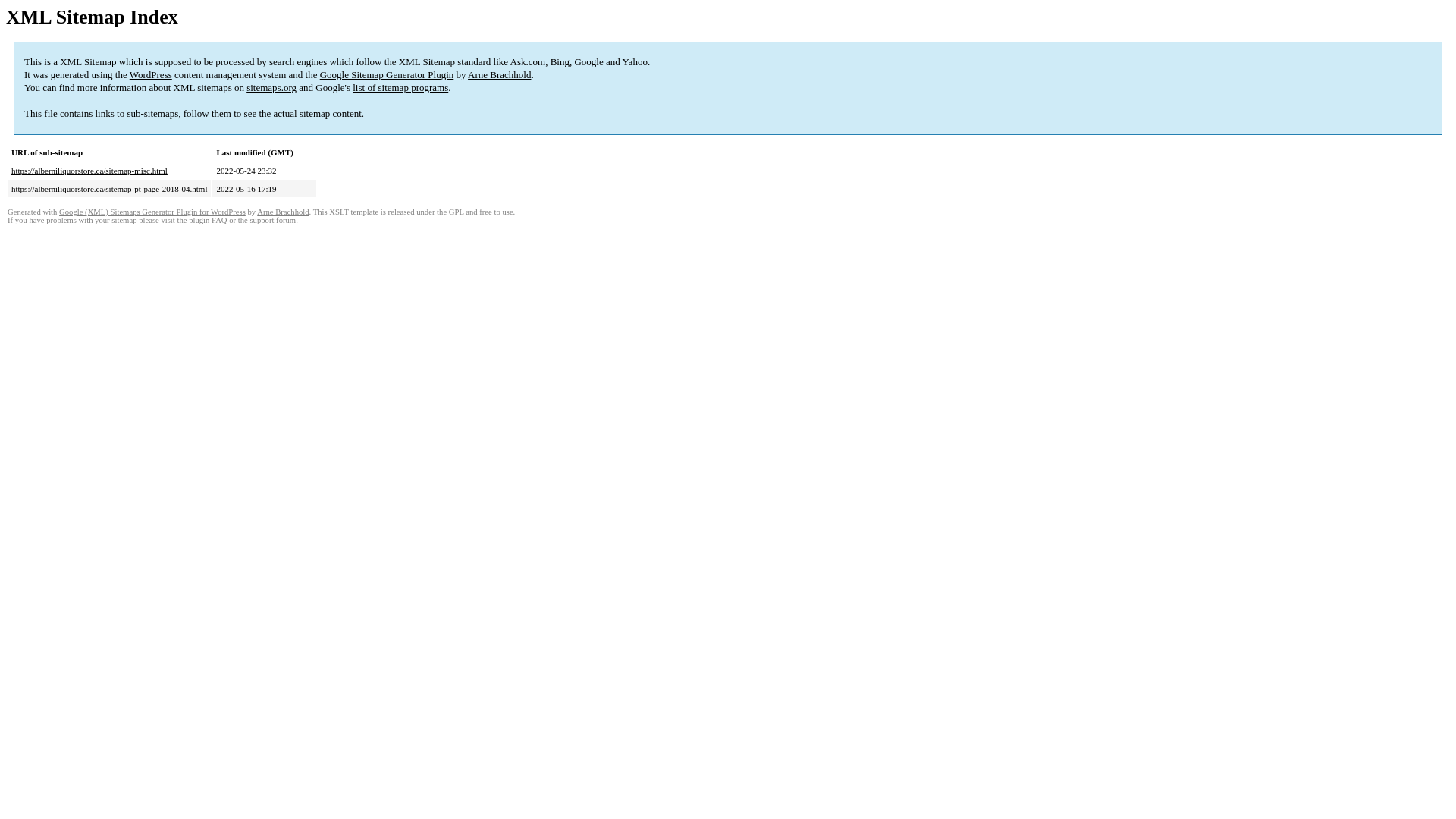 This screenshot has width=1456, height=819. I want to click on 'WordPress', so click(150, 74).